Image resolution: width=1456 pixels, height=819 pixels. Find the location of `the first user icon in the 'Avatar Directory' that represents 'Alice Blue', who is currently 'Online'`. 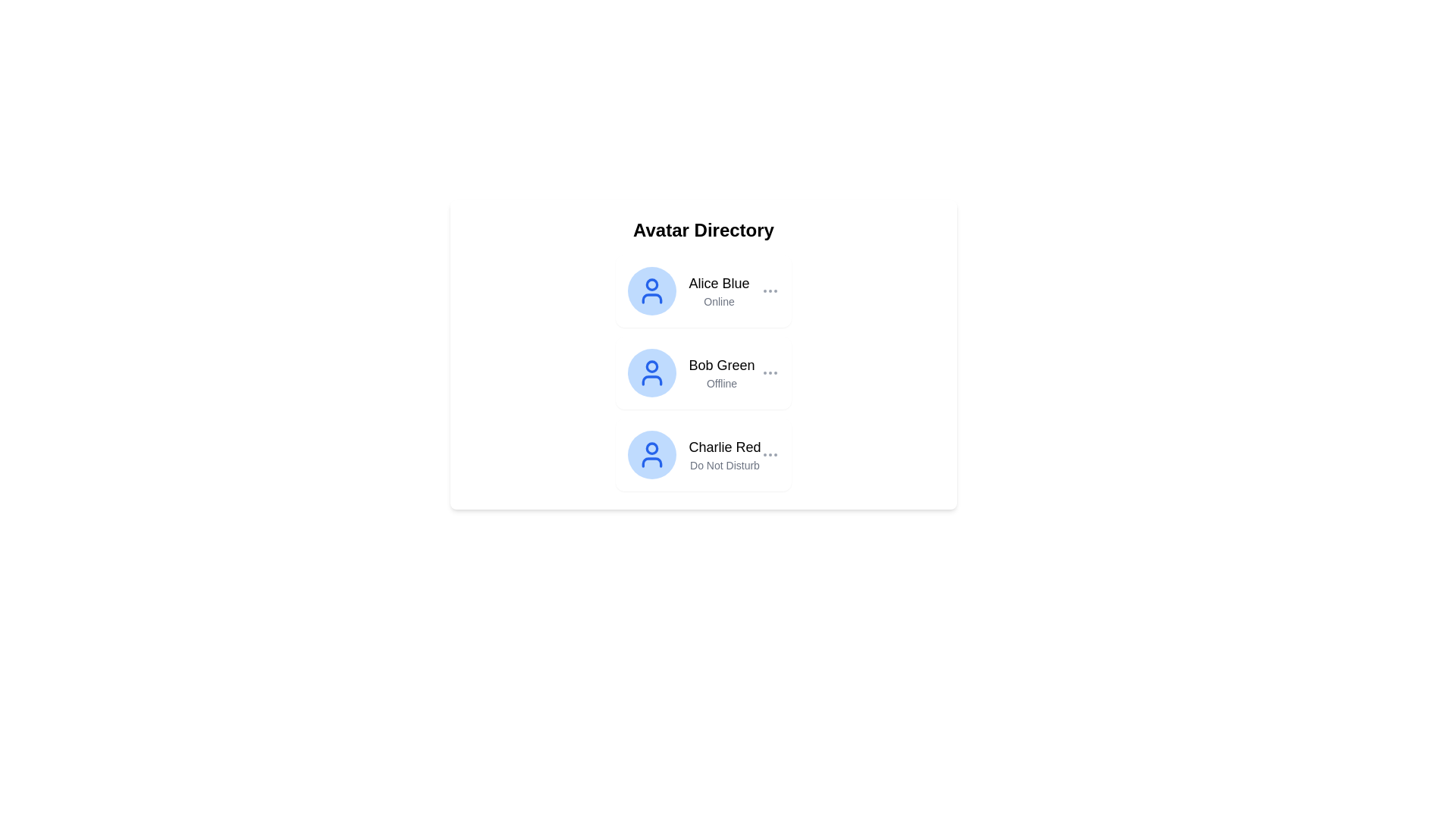

the first user icon in the 'Avatar Directory' that represents 'Alice Blue', who is currently 'Online' is located at coordinates (652, 291).